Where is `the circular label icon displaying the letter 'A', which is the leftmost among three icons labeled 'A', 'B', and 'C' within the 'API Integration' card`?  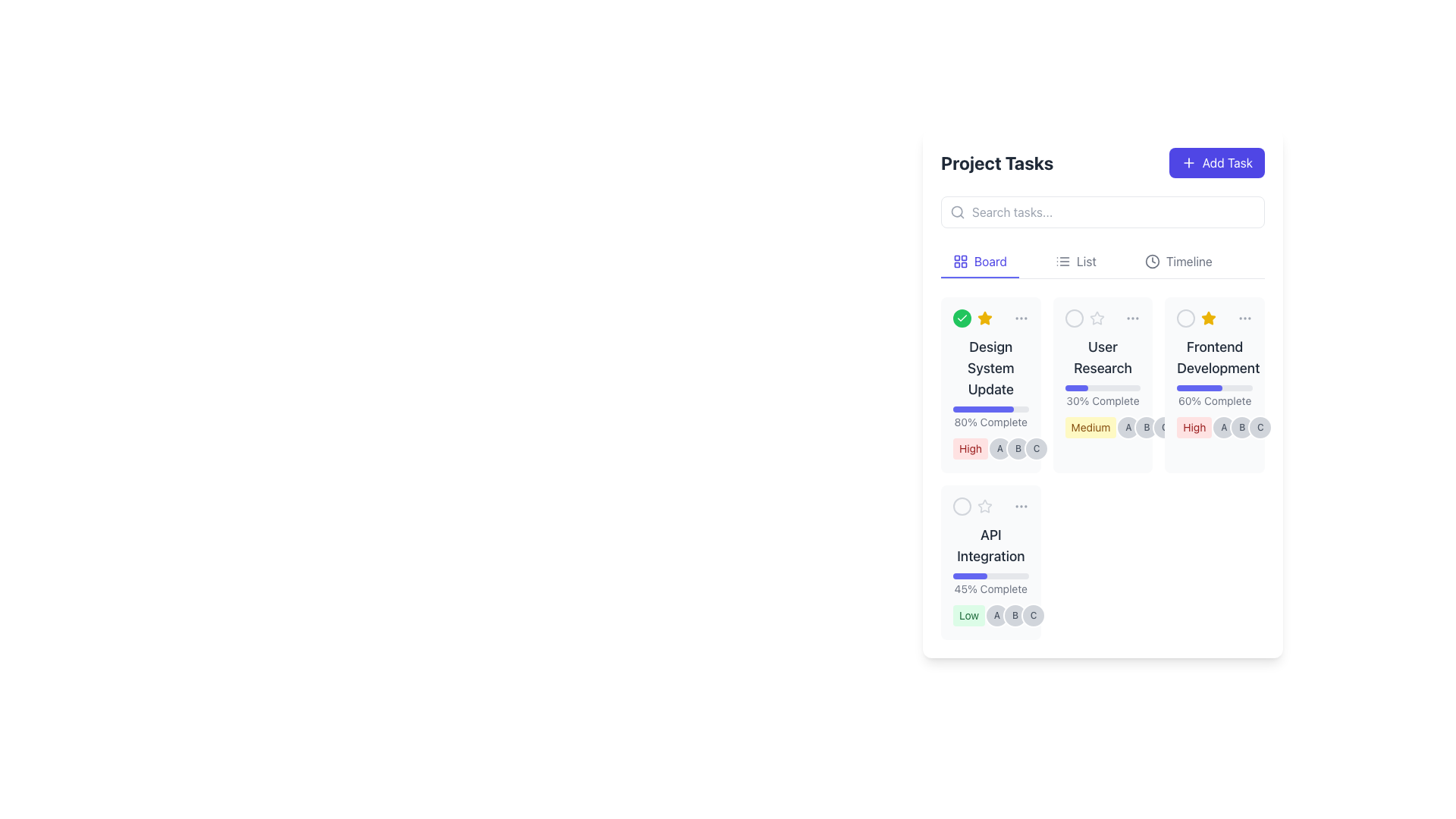
the circular label icon displaying the letter 'A', which is the leftmost among three icons labeled 'A', 'B', and 'C' within the 'API Integration' card is located at coordinates (997, 616).